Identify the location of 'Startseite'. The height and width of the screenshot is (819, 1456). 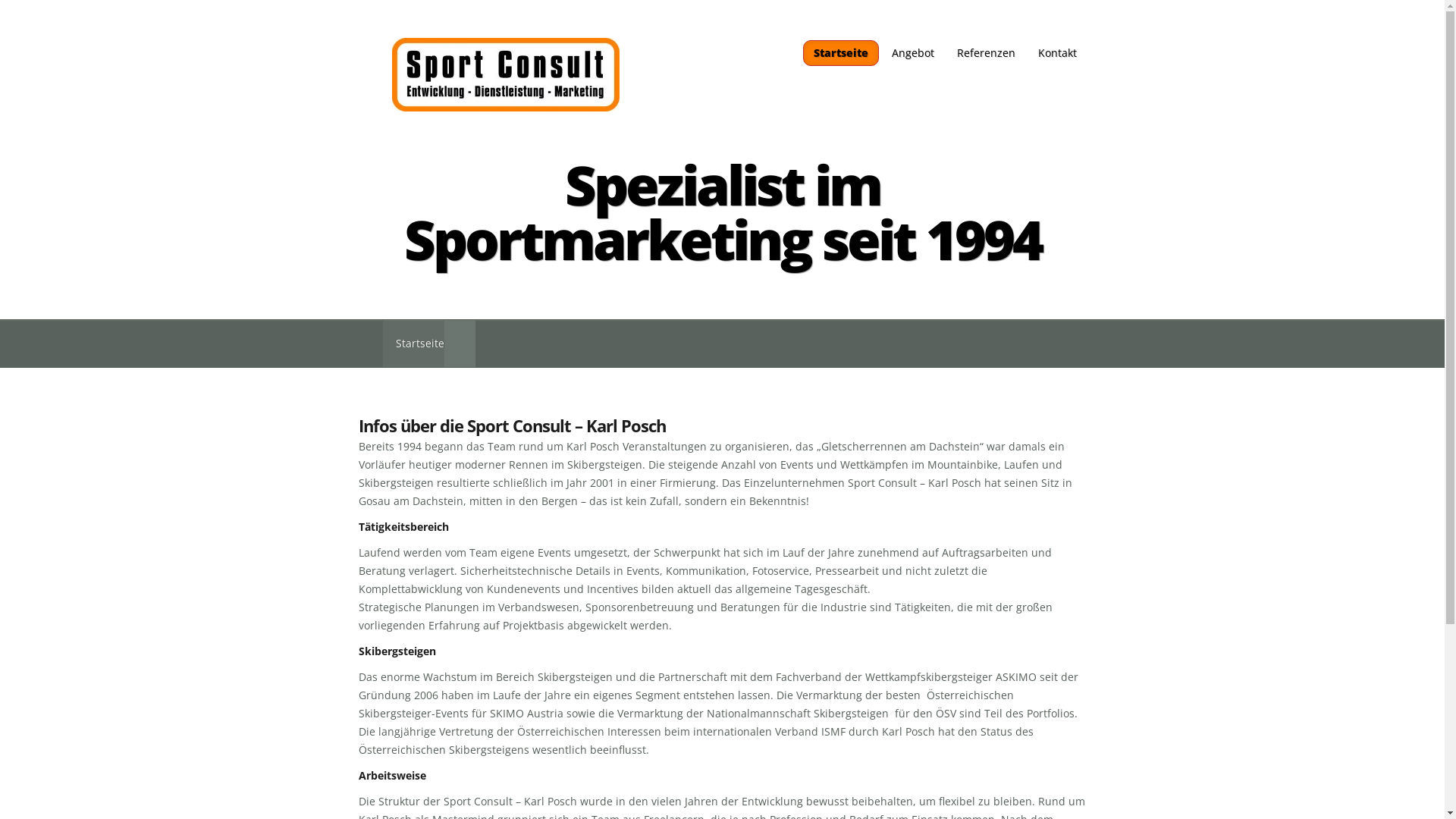
(839, 52).